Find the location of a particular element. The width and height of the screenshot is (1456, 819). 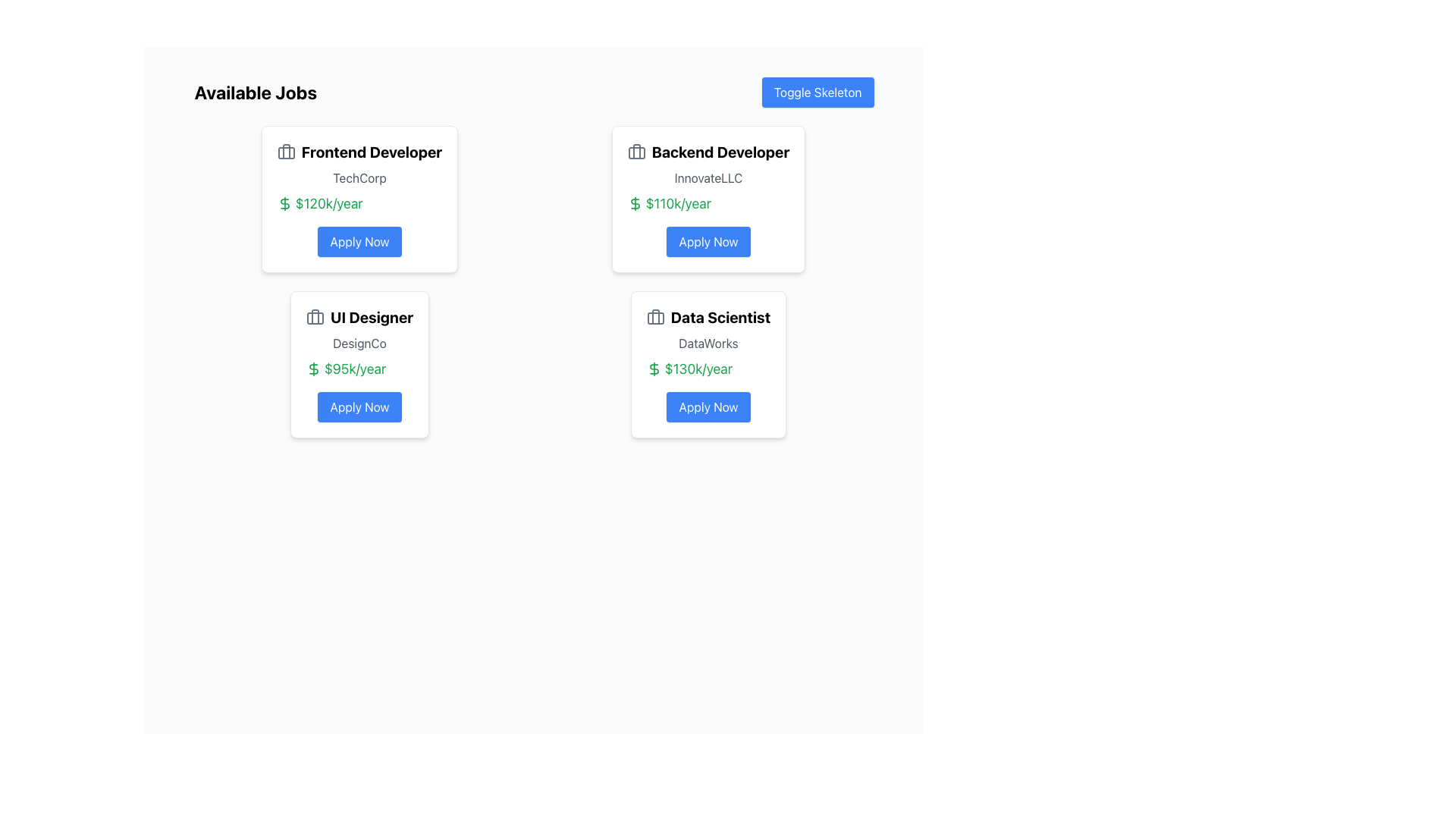

the role of the Decorative SVG shape is located at coordinates (636, 152).